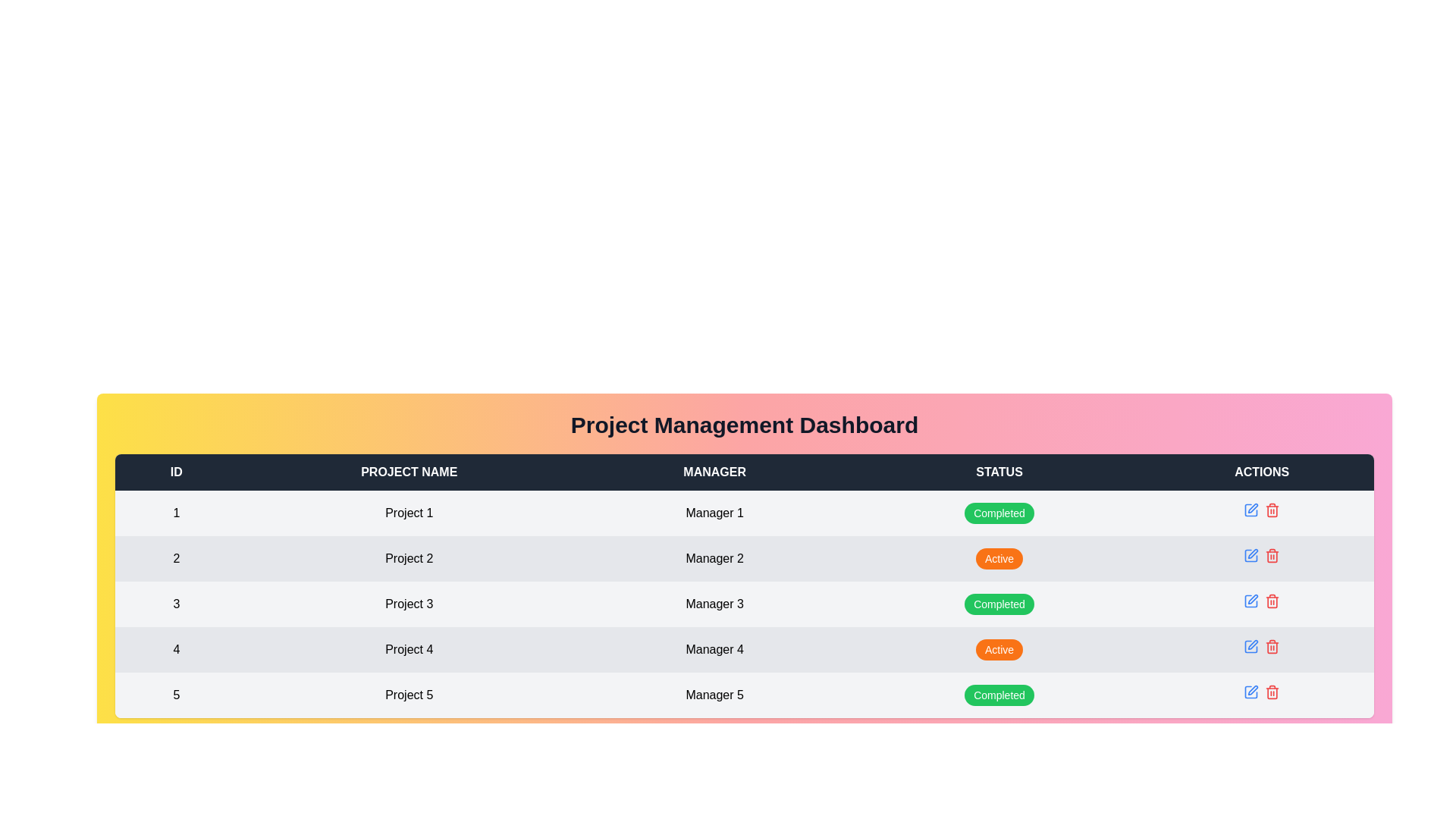 The width and height of the screenshot is (1456, 819). I want to click on the text label that identifies the project name in the 'PROJECT NAME' column for the fourth row of the table, so click(409, 648).